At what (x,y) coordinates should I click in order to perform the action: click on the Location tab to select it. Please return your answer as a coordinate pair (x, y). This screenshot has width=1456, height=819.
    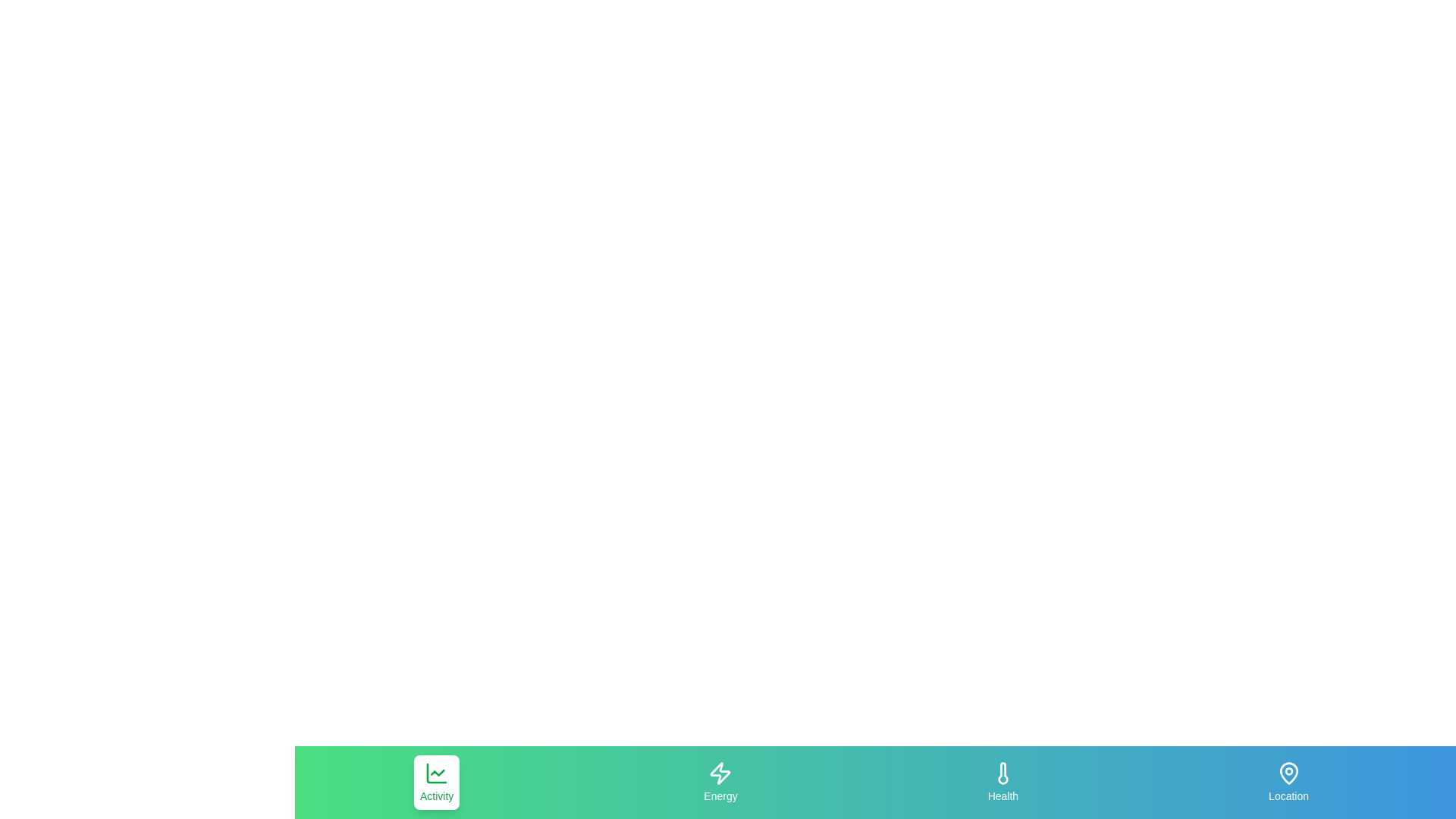
    Looking at the image, I should click on (1288, 783).